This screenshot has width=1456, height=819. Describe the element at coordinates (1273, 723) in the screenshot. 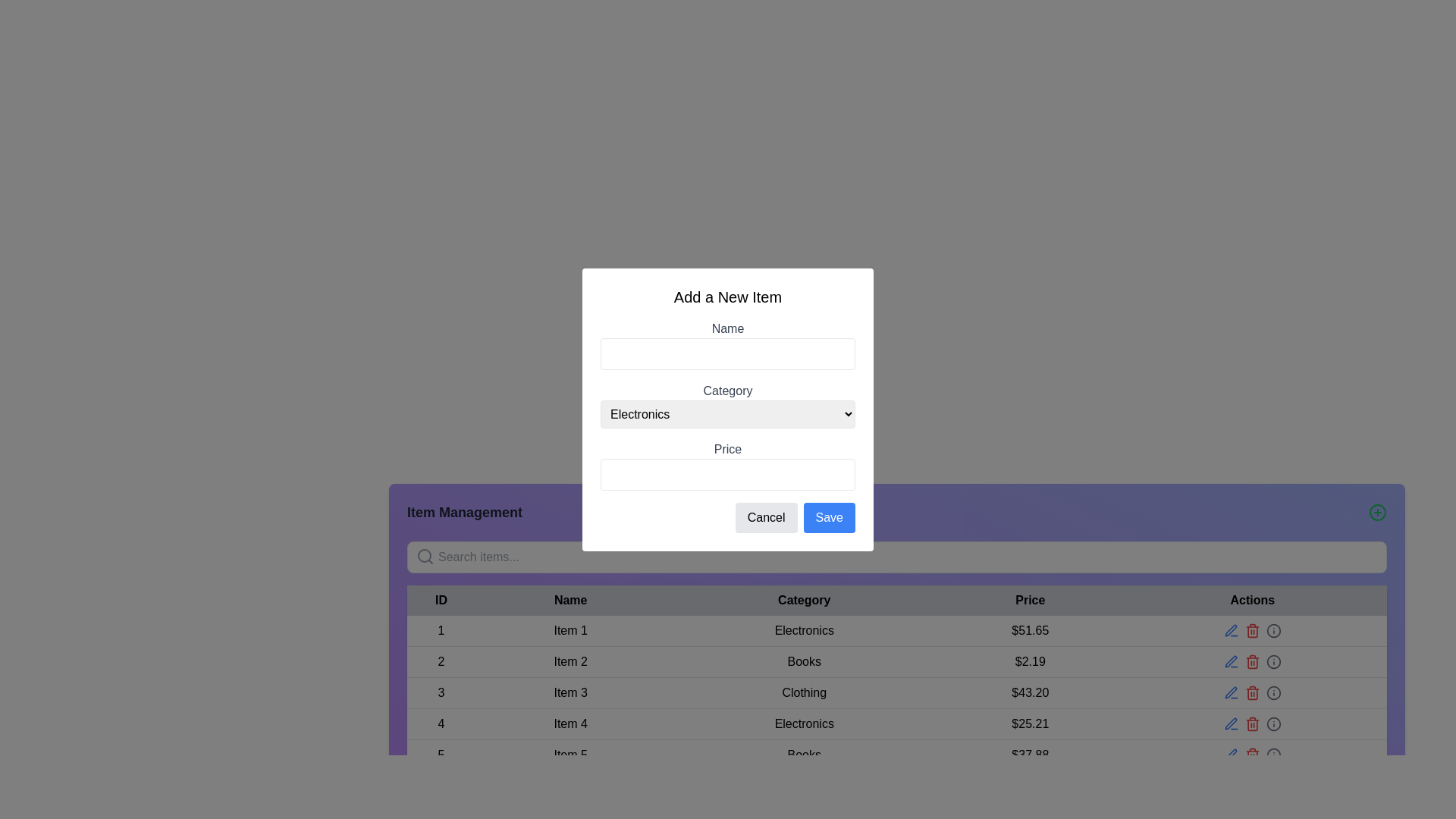

I see `the circular UI indicator located in the 'Actions' column of the table, aligned with the fourth row for the item in the 'Electronics' category` at that location.